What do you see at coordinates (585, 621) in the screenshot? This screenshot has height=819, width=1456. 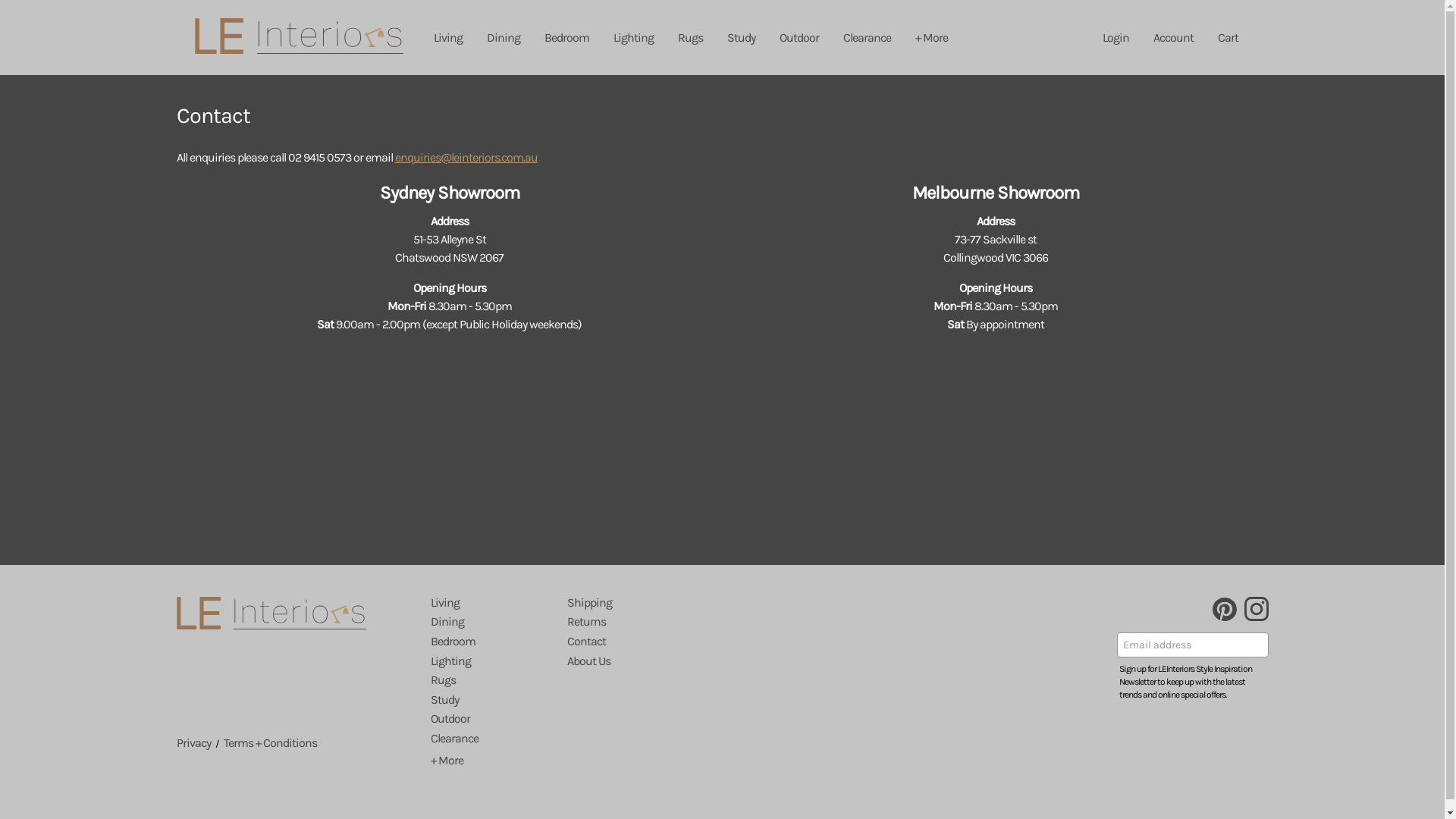 I see `'Returns'` at bounding box center [585, 621].